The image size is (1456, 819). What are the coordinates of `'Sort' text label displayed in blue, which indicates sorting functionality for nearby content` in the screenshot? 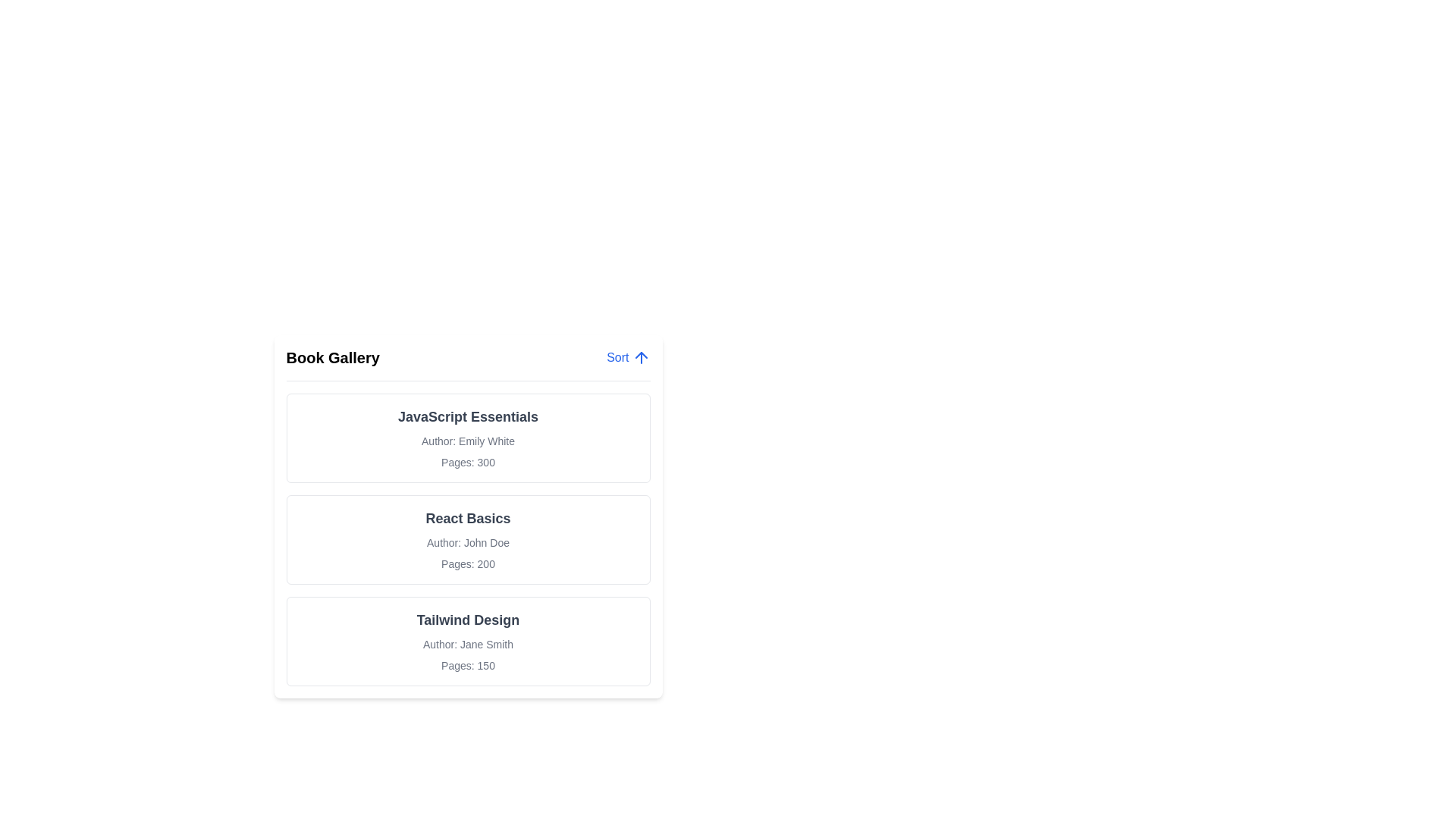 It's located at (617, 357).